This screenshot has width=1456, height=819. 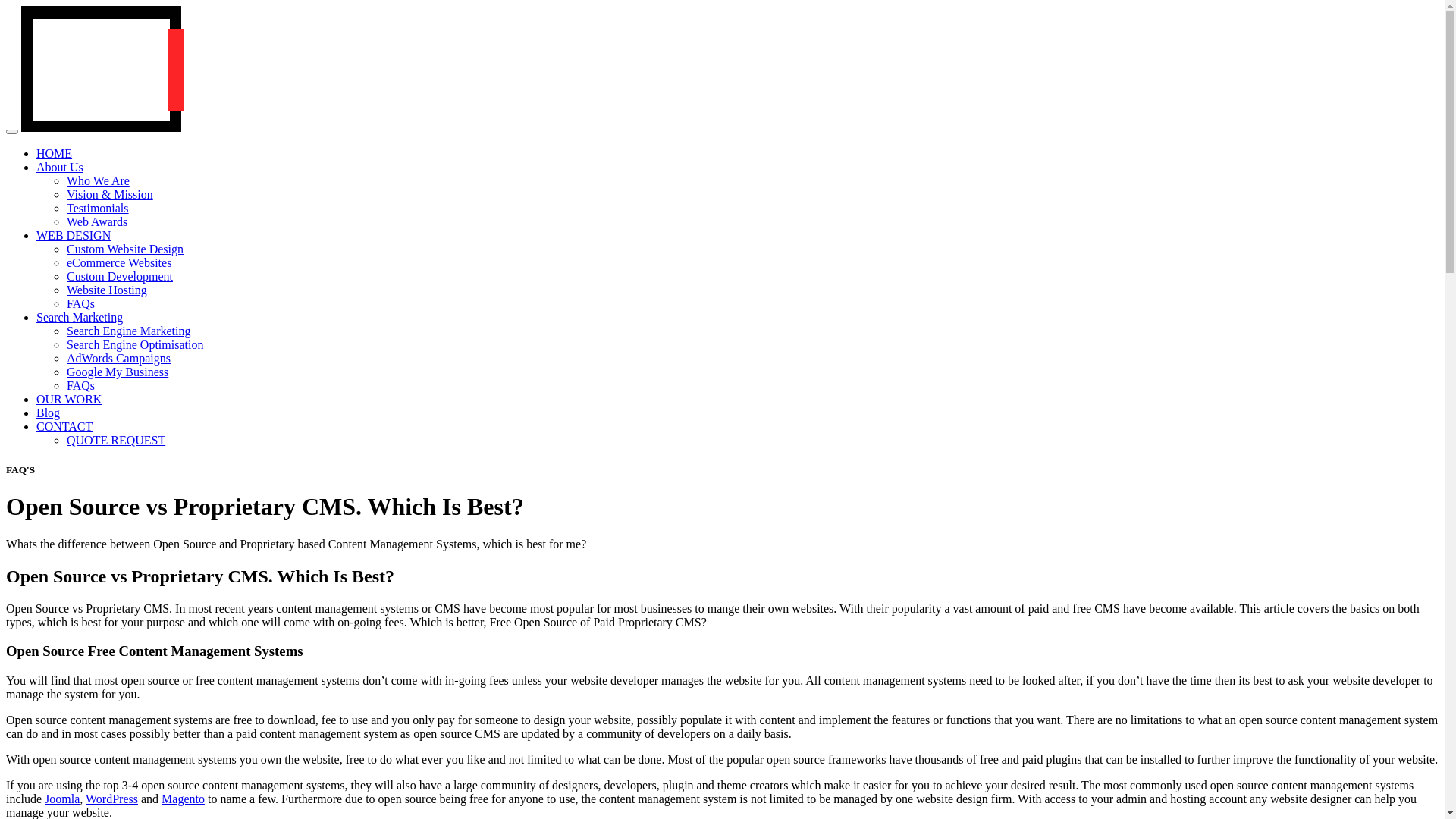 What do you see at coordinates (134, 344) in the screenshot?
I see `'Search Engine Optimisation'` at bounding box center [134, 344].